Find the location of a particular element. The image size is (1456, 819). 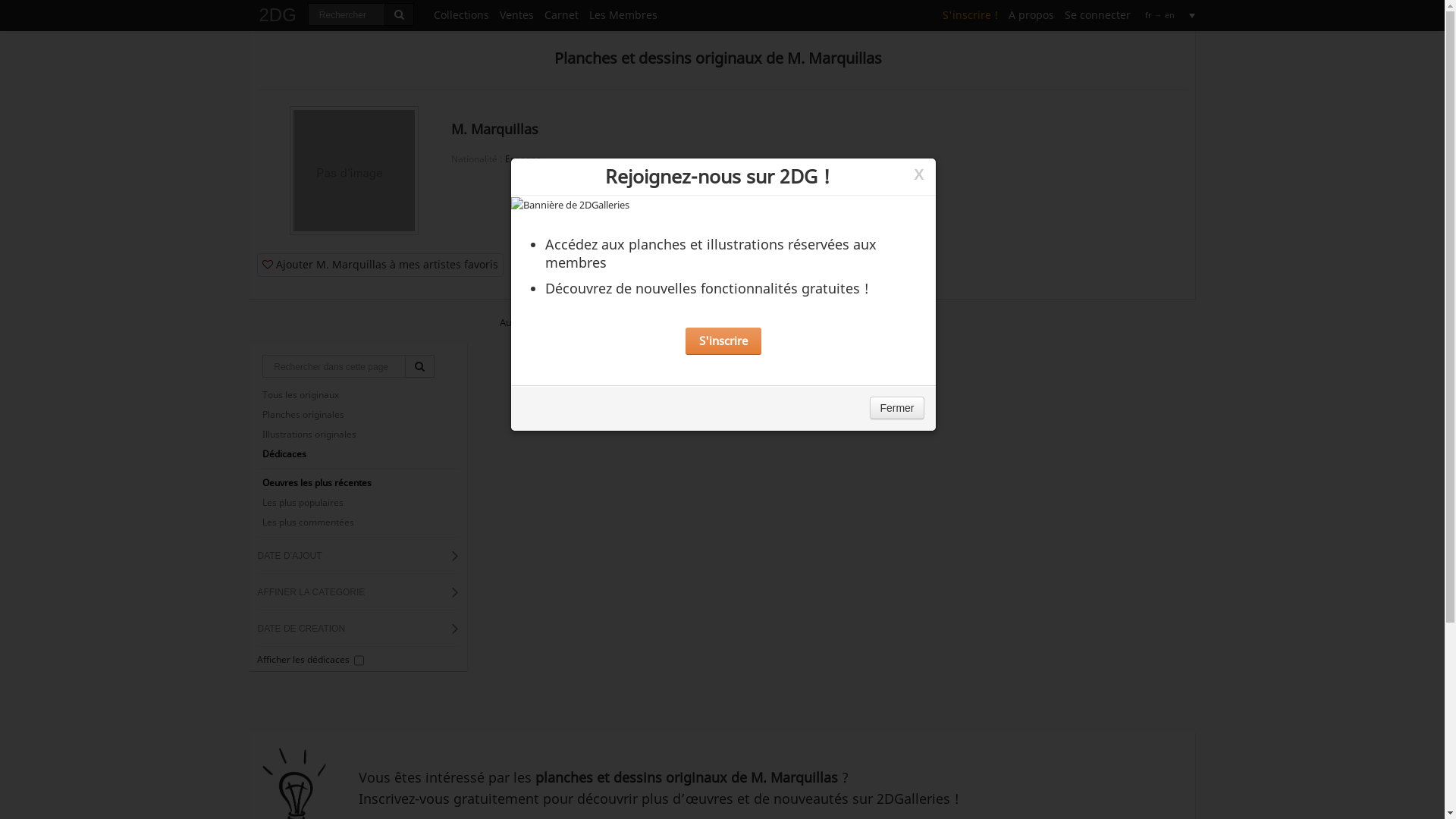

'Rechercher sur tout le site' is located at coordinates (399, 14).